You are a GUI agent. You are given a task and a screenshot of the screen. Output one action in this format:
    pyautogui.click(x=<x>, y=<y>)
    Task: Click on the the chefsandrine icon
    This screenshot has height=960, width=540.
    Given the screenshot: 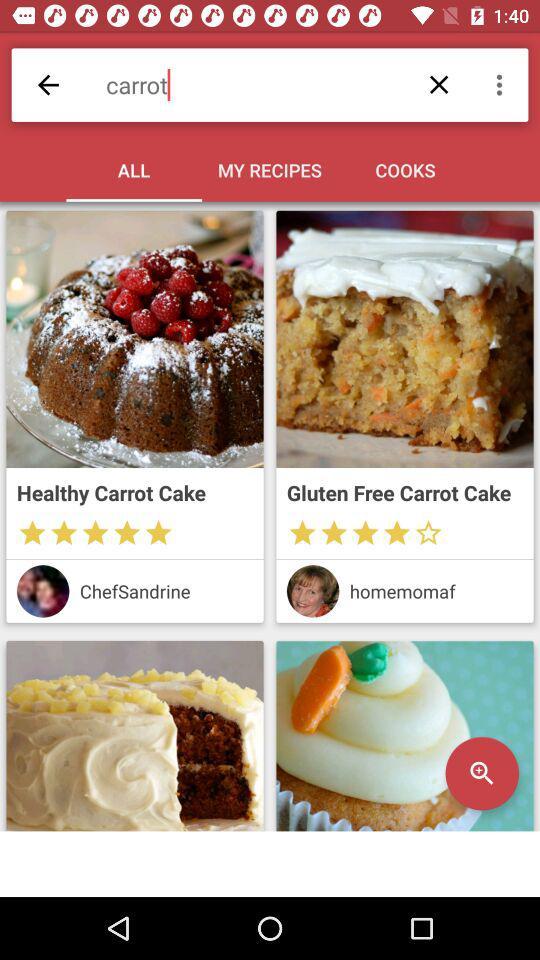 What is the action you would take?
    pyautogui.click(x=165, y=591)
    